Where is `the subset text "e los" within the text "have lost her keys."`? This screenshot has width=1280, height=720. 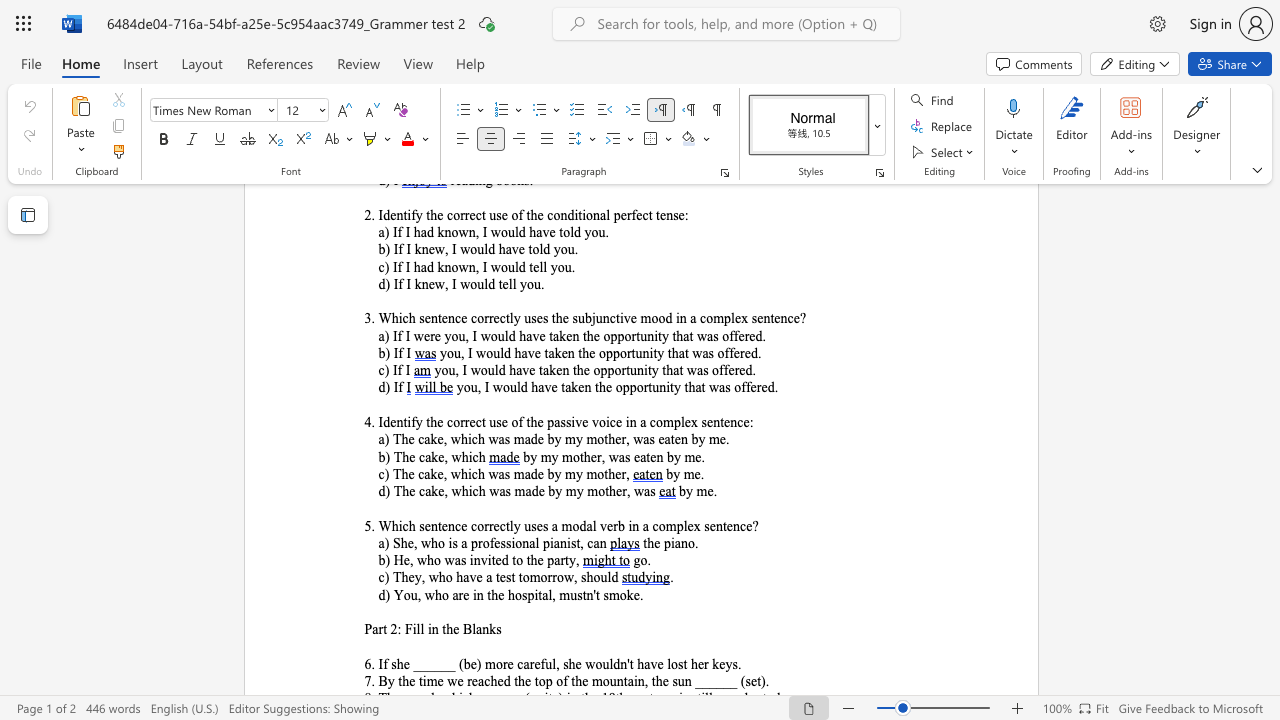
the subset text "e los" within the text "have lost her keys." is located at coordinates (657, 664).